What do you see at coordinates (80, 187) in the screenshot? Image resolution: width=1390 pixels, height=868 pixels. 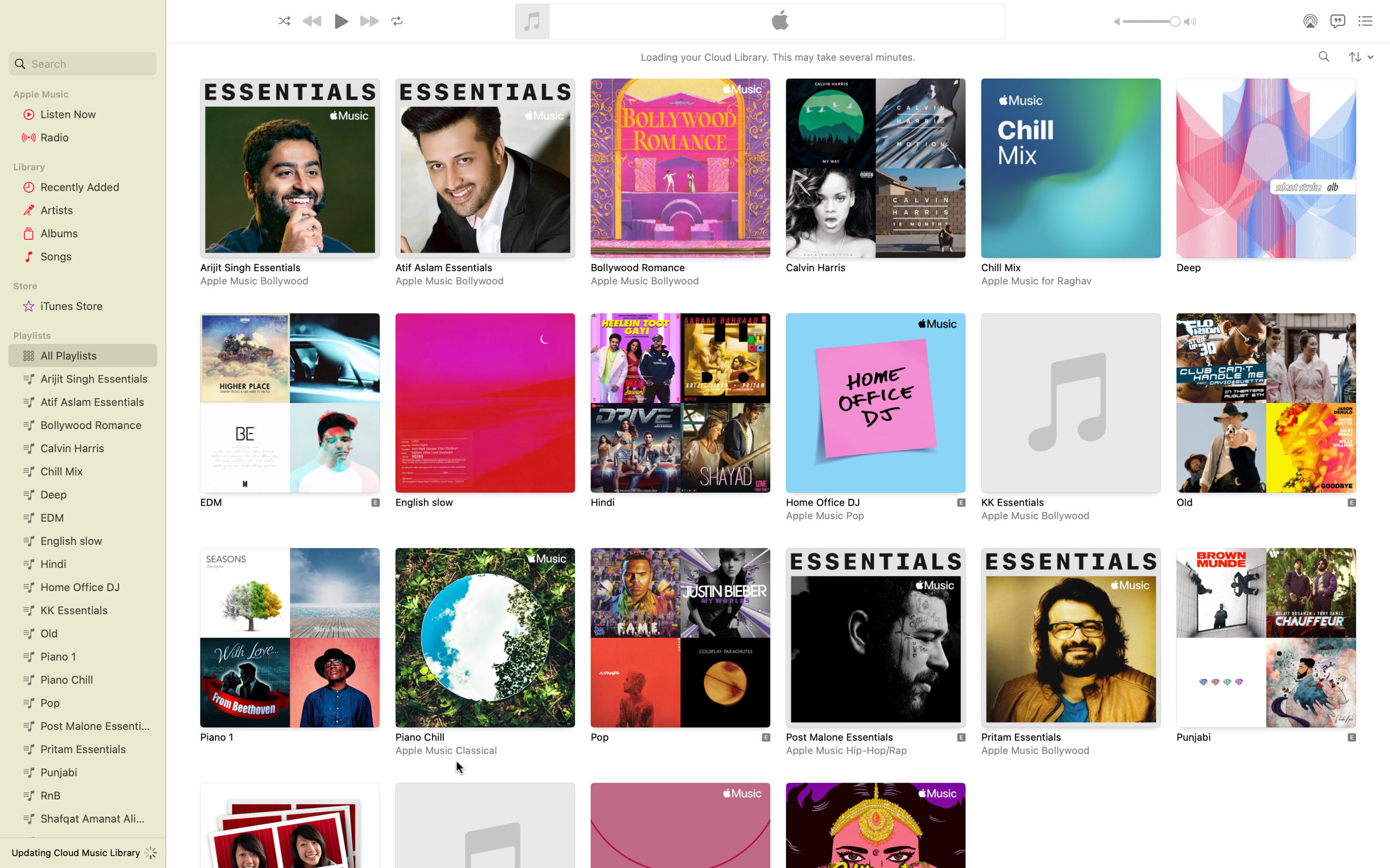 I see `Inspect recently played music tracks` at bounding box center [80, 187].